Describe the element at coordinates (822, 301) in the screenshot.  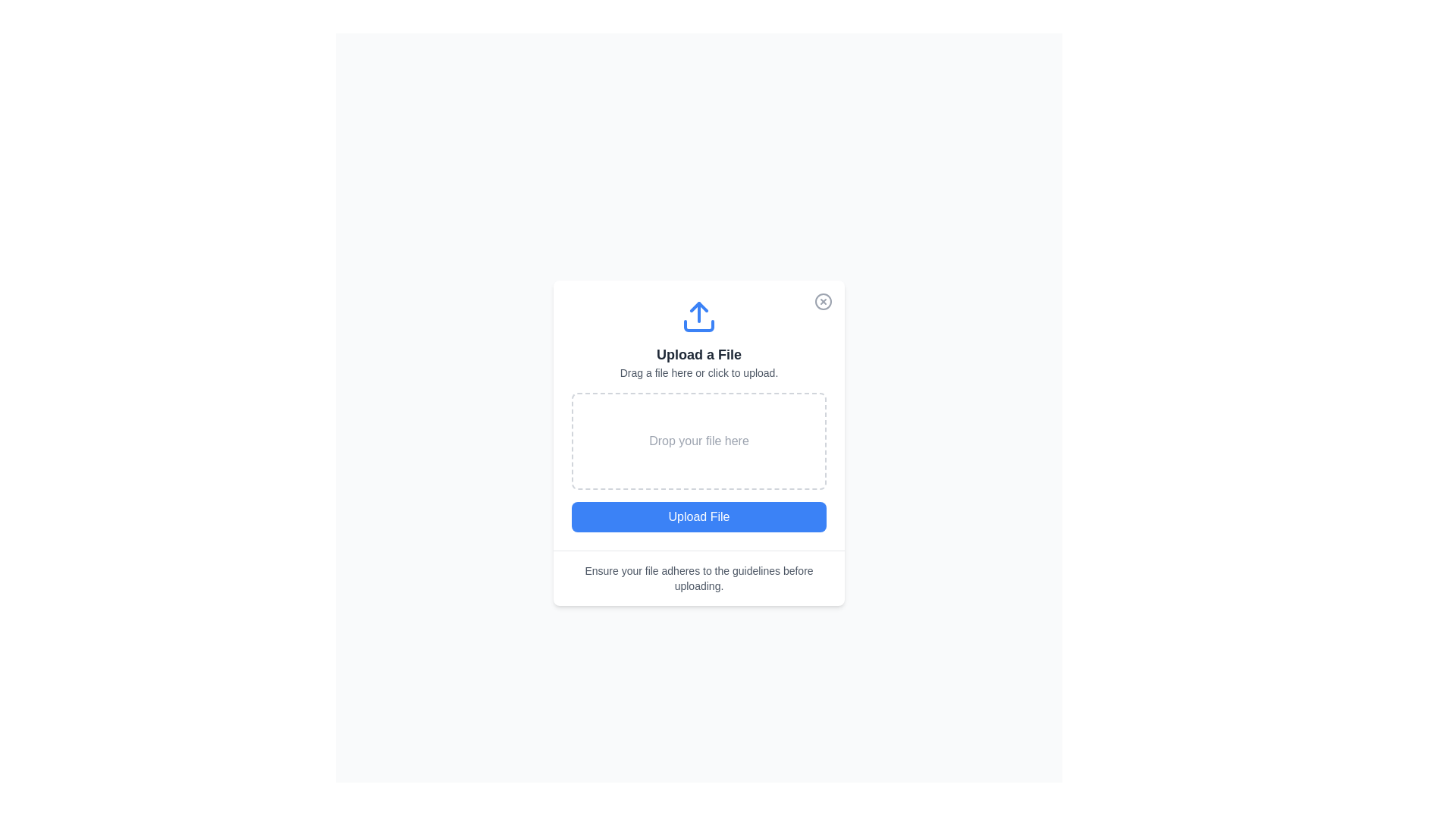
I see `the SVG Circle element that serves as part of the close or cancel button located in the top right corner of the file upload interface card` at that location.